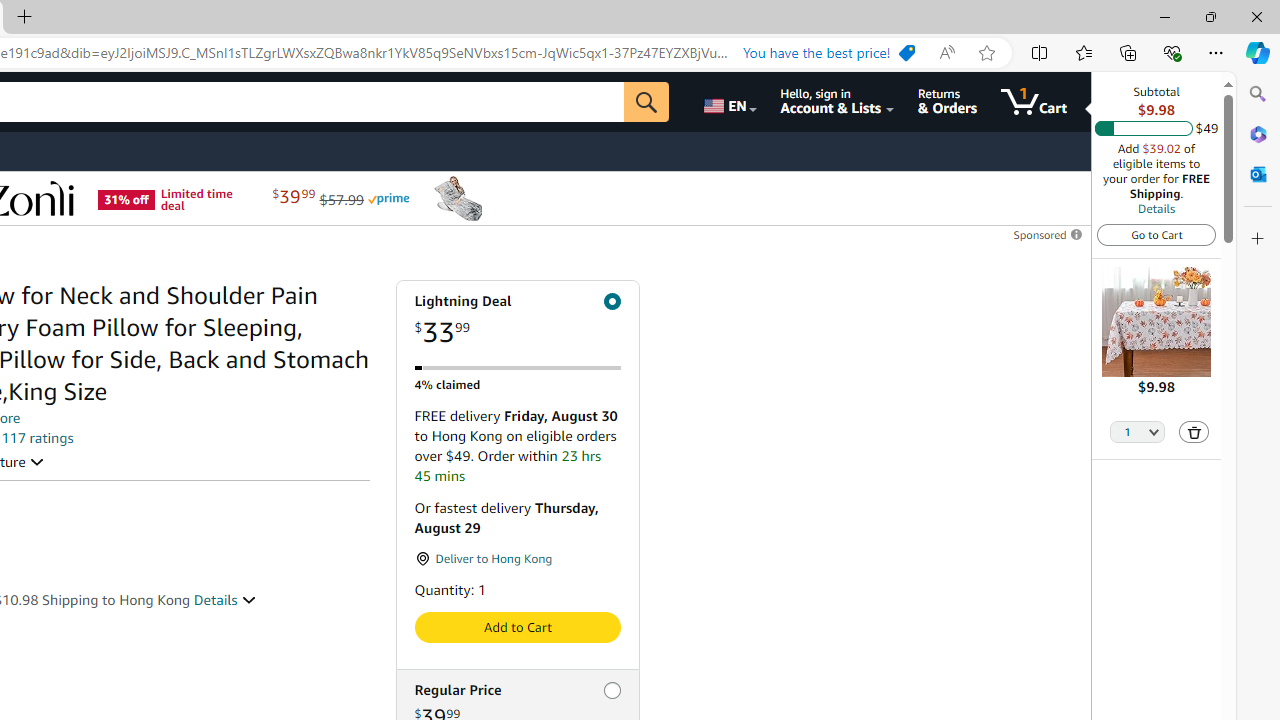 This screenshot has width=1280, height=720. Describe the element at coordinates (828, 52) in the screenshot. I see `'You have the best price!'` at that location.